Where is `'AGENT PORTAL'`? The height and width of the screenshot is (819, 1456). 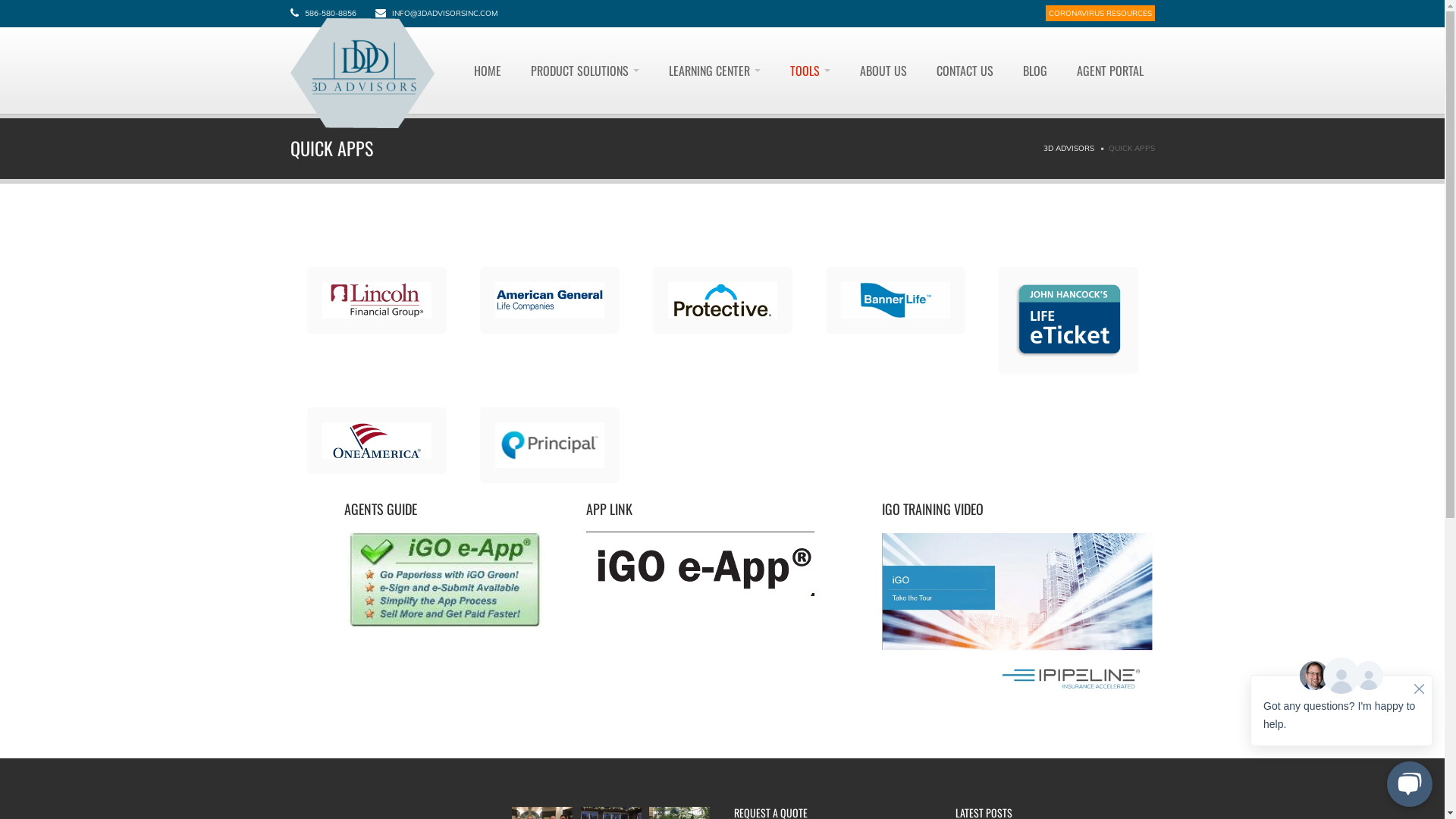
'AGENT PORTAL' is located at coordinates (1063, 70).